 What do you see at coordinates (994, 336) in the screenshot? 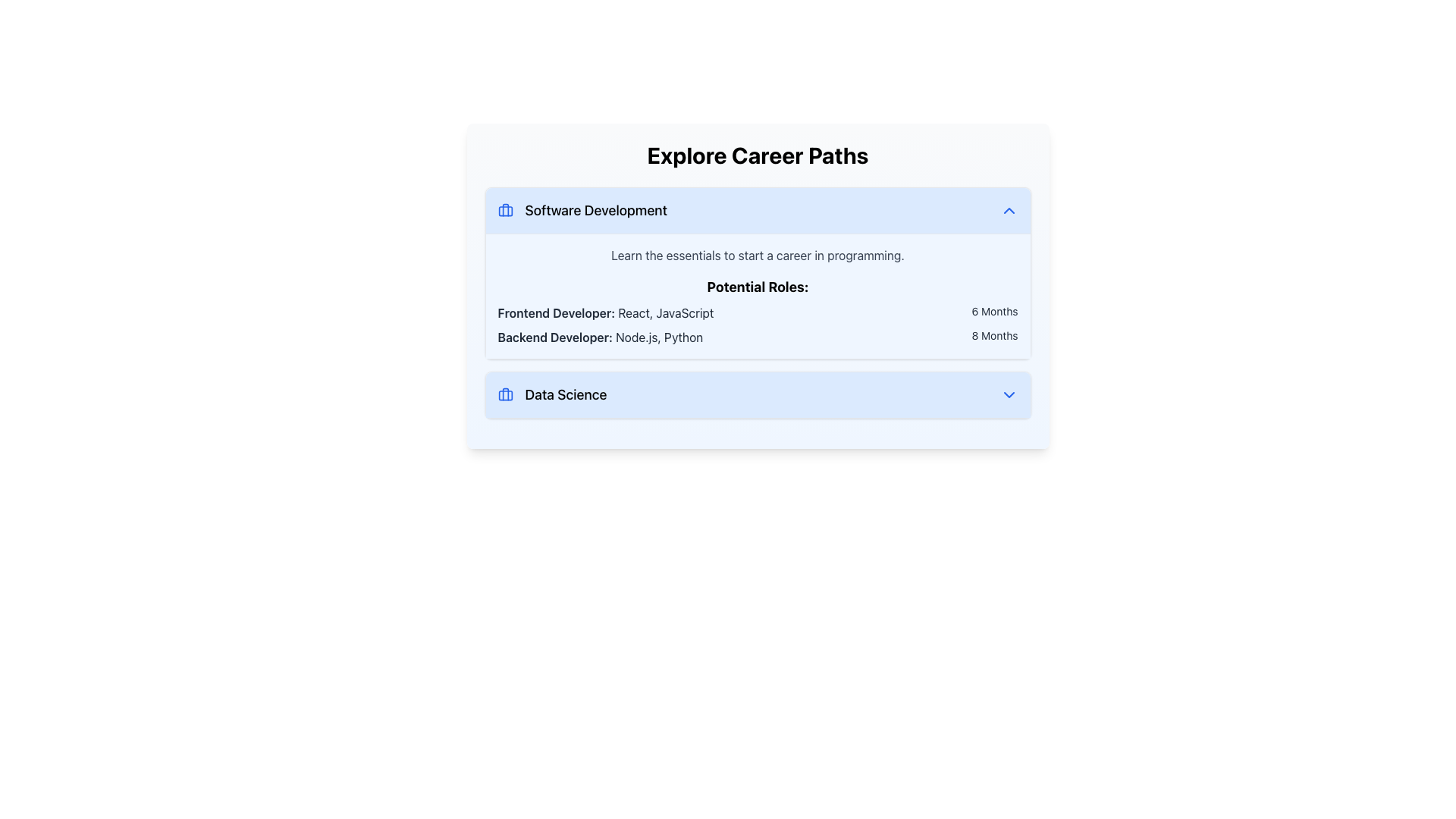
I see `the text label displaying '8 Months', which is styled in italic and smaller font, located at the bottom right of the 'Software Development' section, aligned with the 'Backend Developer' descriptions` at bounding box center [994, 336].